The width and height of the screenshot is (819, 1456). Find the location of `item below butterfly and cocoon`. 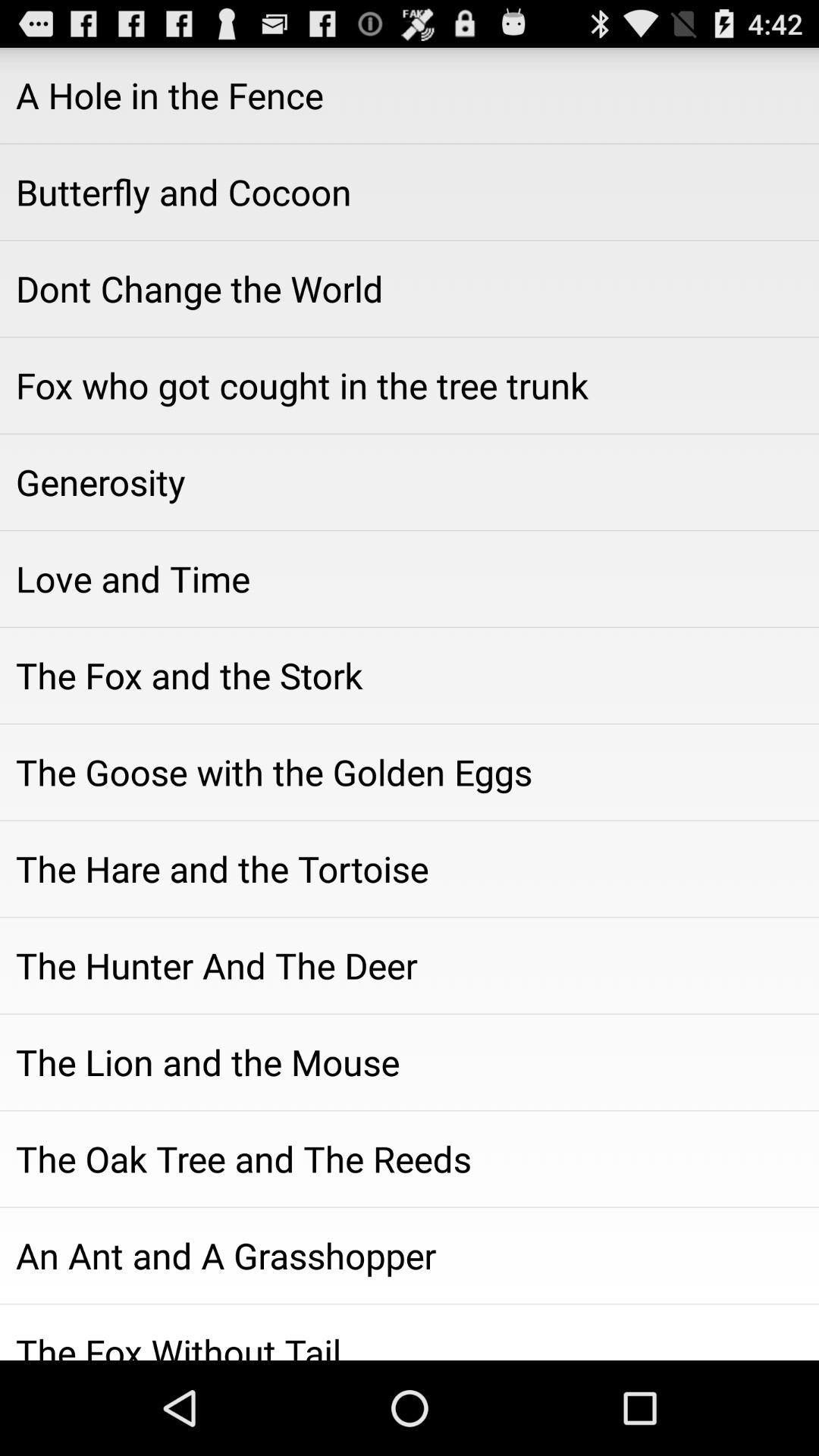

item below butterfly and cocoon is located at coordinates (409, 288).